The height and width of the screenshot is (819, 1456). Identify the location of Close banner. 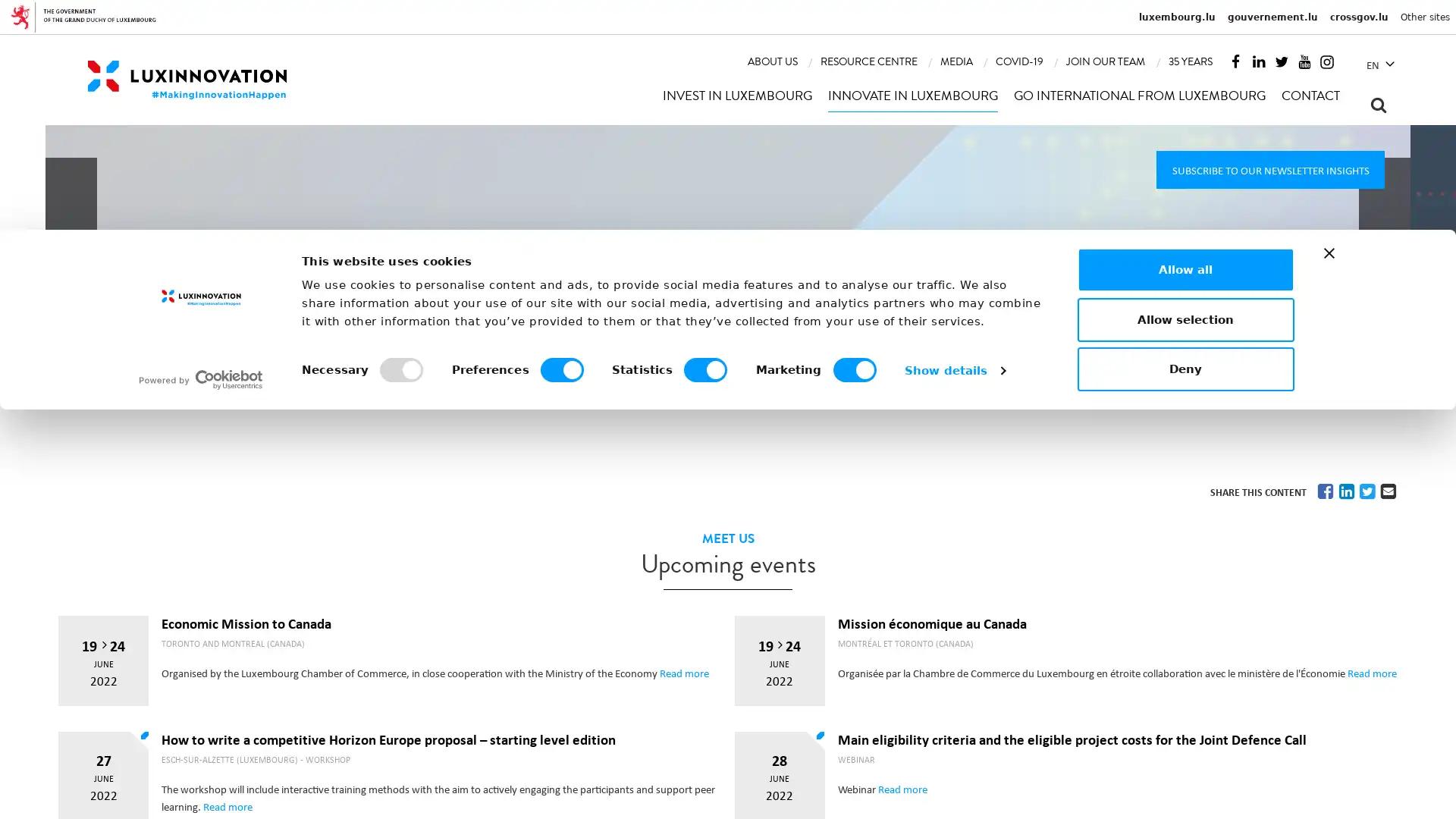
(1328, 662).